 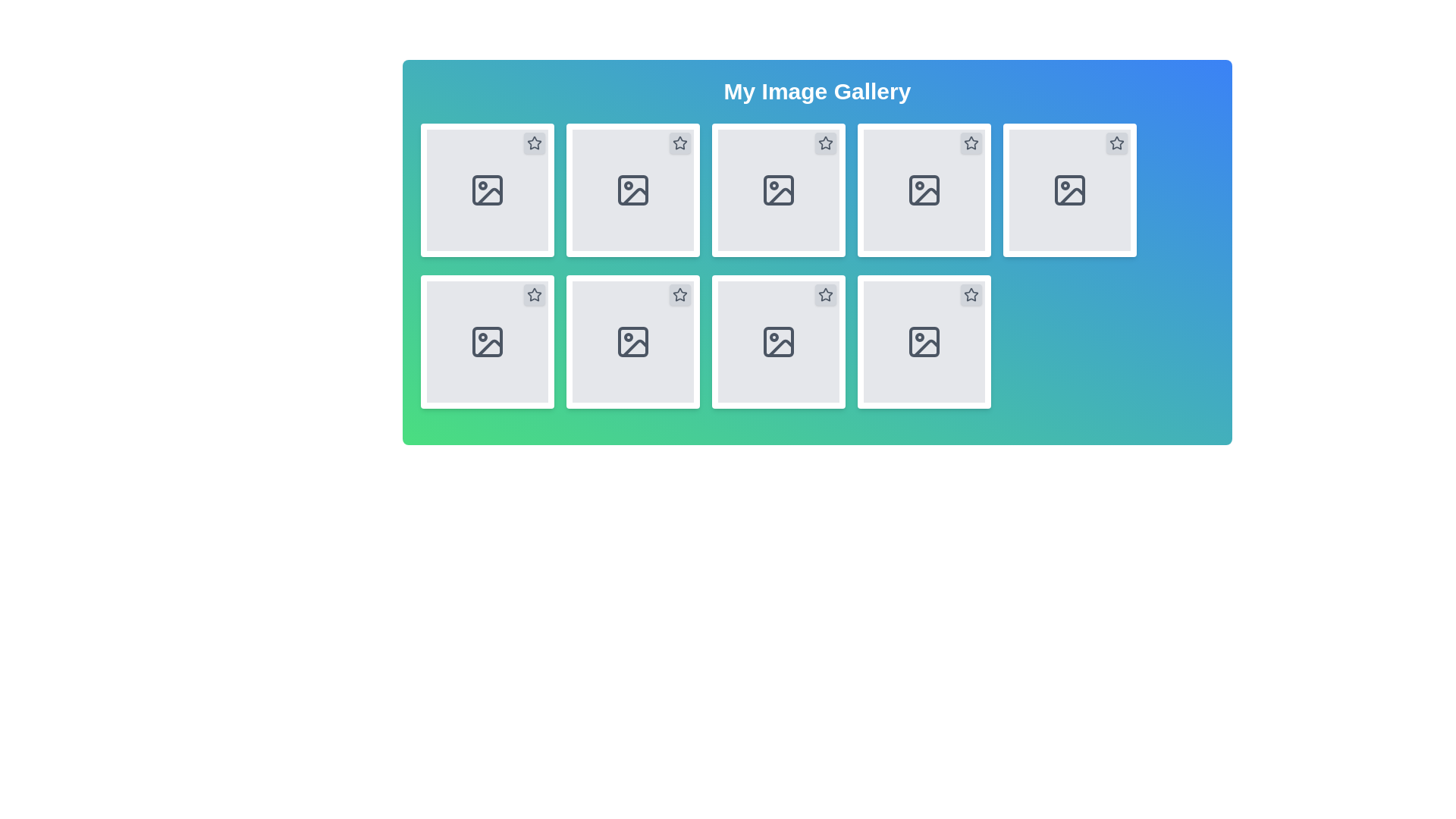 I want to click on the star icon button in the top-right corner of the second image tile, so click(x=679, y=143).